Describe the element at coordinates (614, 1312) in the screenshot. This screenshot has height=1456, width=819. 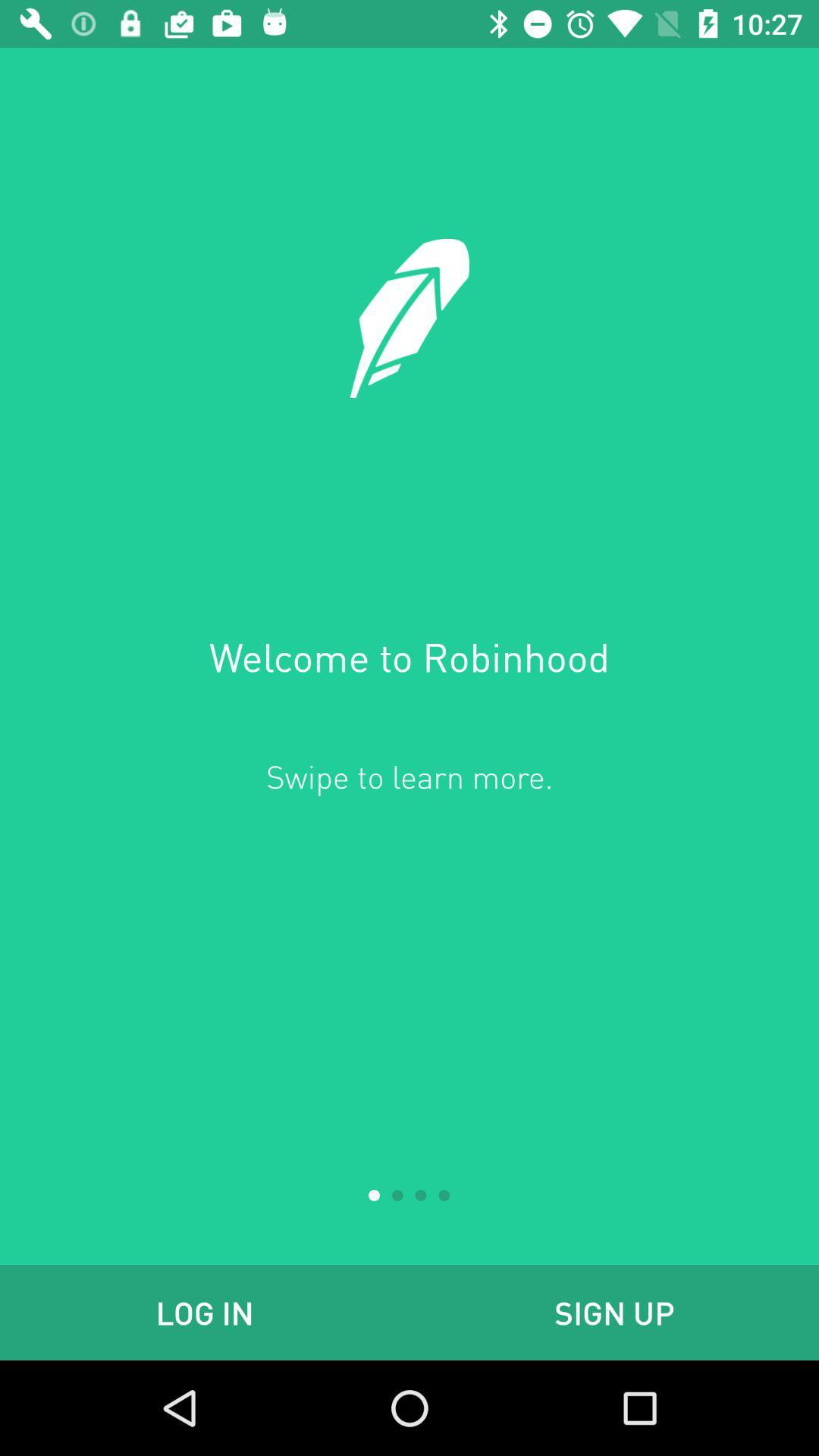
I see `the icon to the right of log in` at that location.